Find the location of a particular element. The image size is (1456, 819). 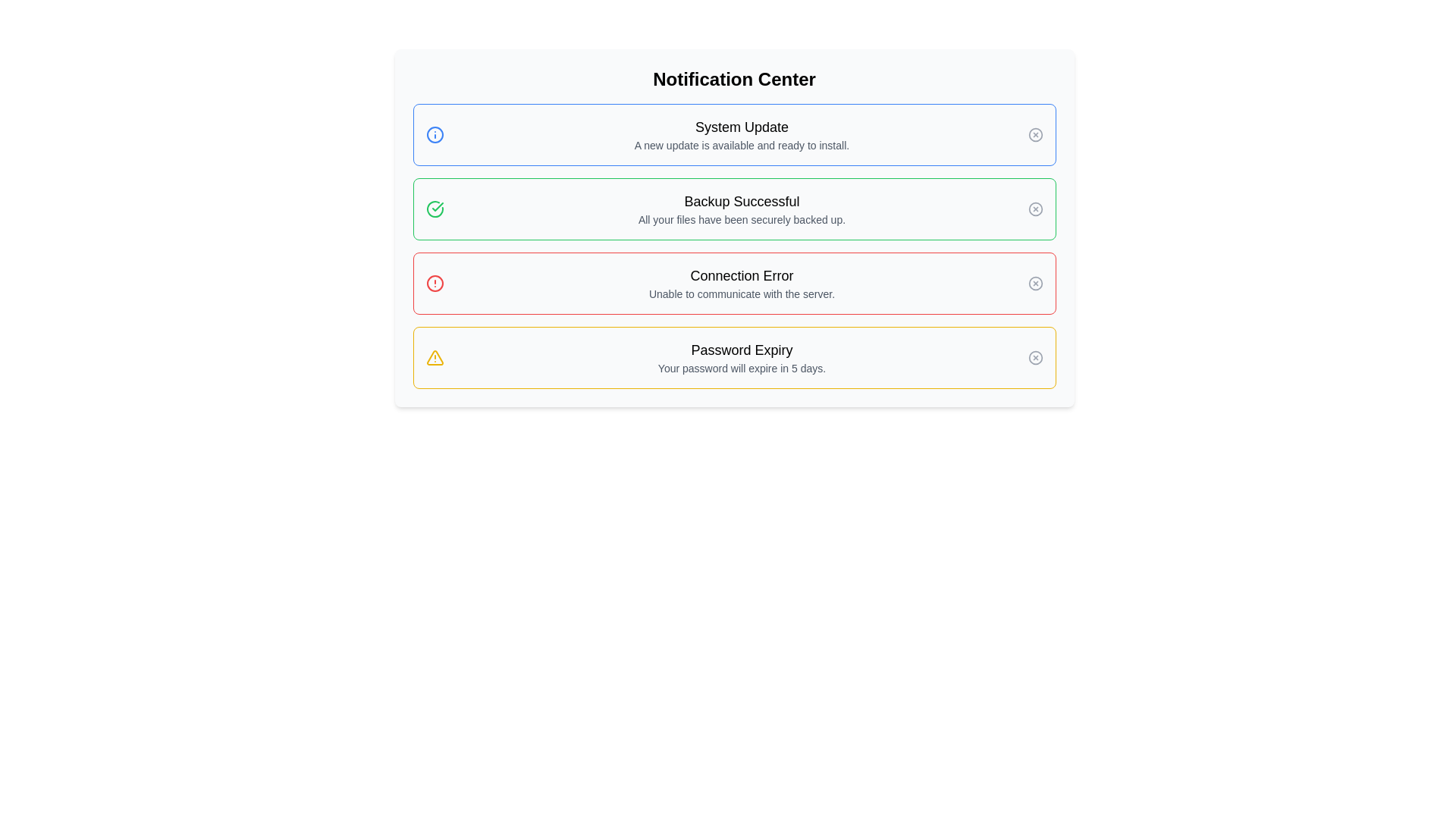

the dismiss button for the 'System Update' notification to observe hover effects is located at coordinates (1034, 133).